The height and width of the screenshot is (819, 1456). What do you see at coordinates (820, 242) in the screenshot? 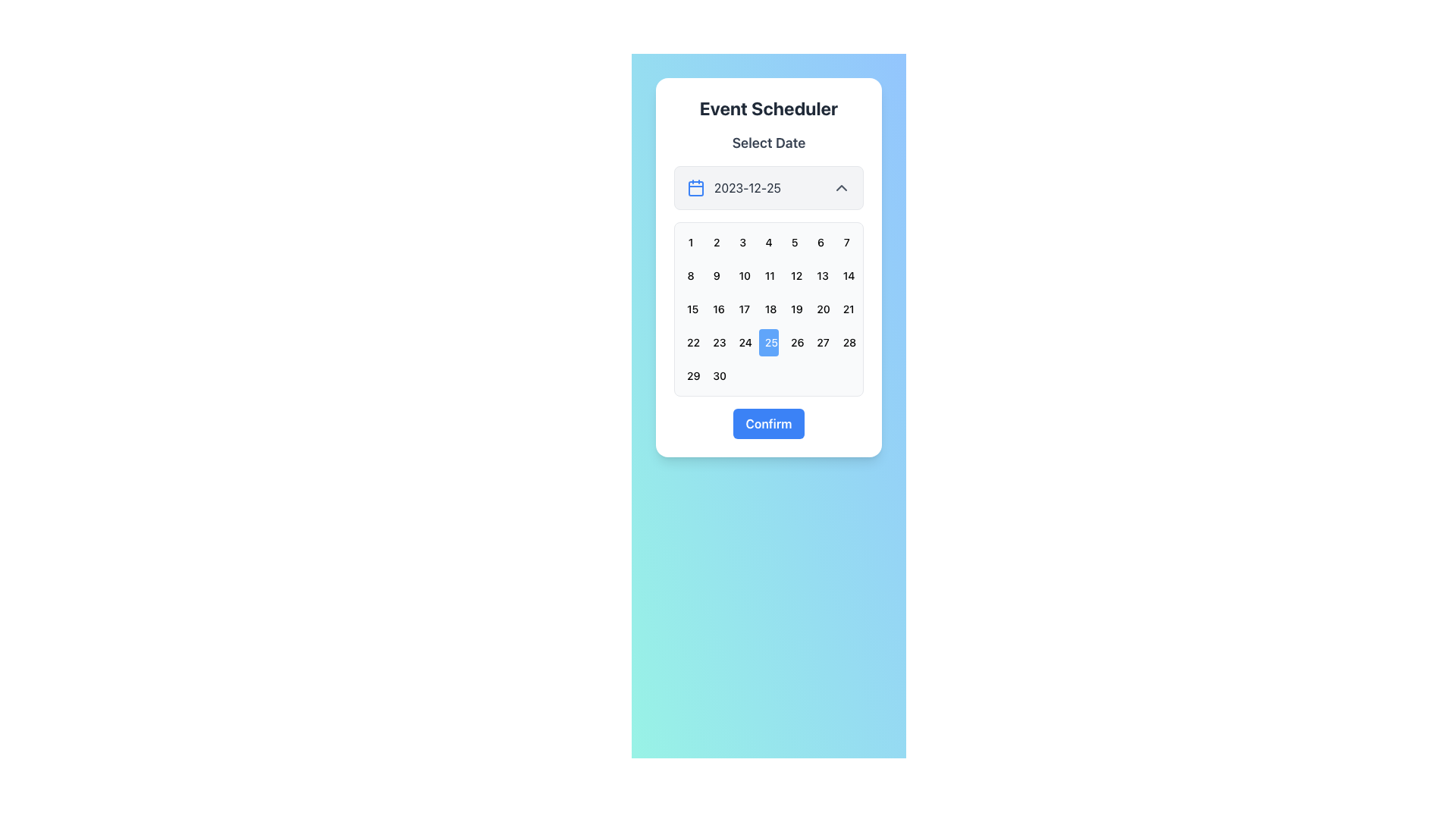
I see `the selectable date option button for the sixth day of the month in the calendar interface, located in the first row and sixth column of the grid` at bounding box center [820, 242].